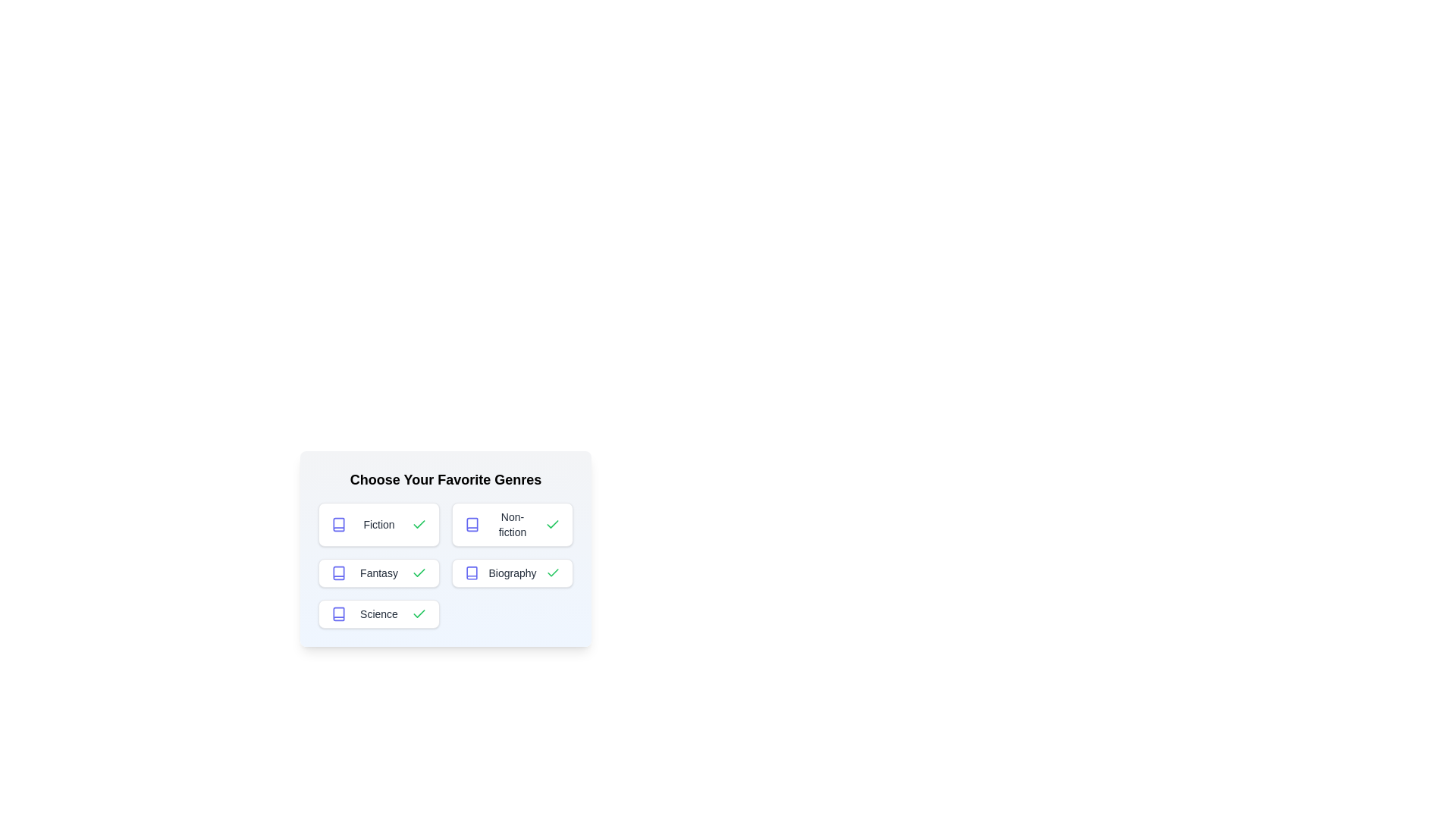 The width and height of the screenshot is (1456, 819). What do you see at coordinates (378, 573) in the screenshot?
I see `the genre button labeled Fantasy to toggle its selection` at bounding box center [378, 573].